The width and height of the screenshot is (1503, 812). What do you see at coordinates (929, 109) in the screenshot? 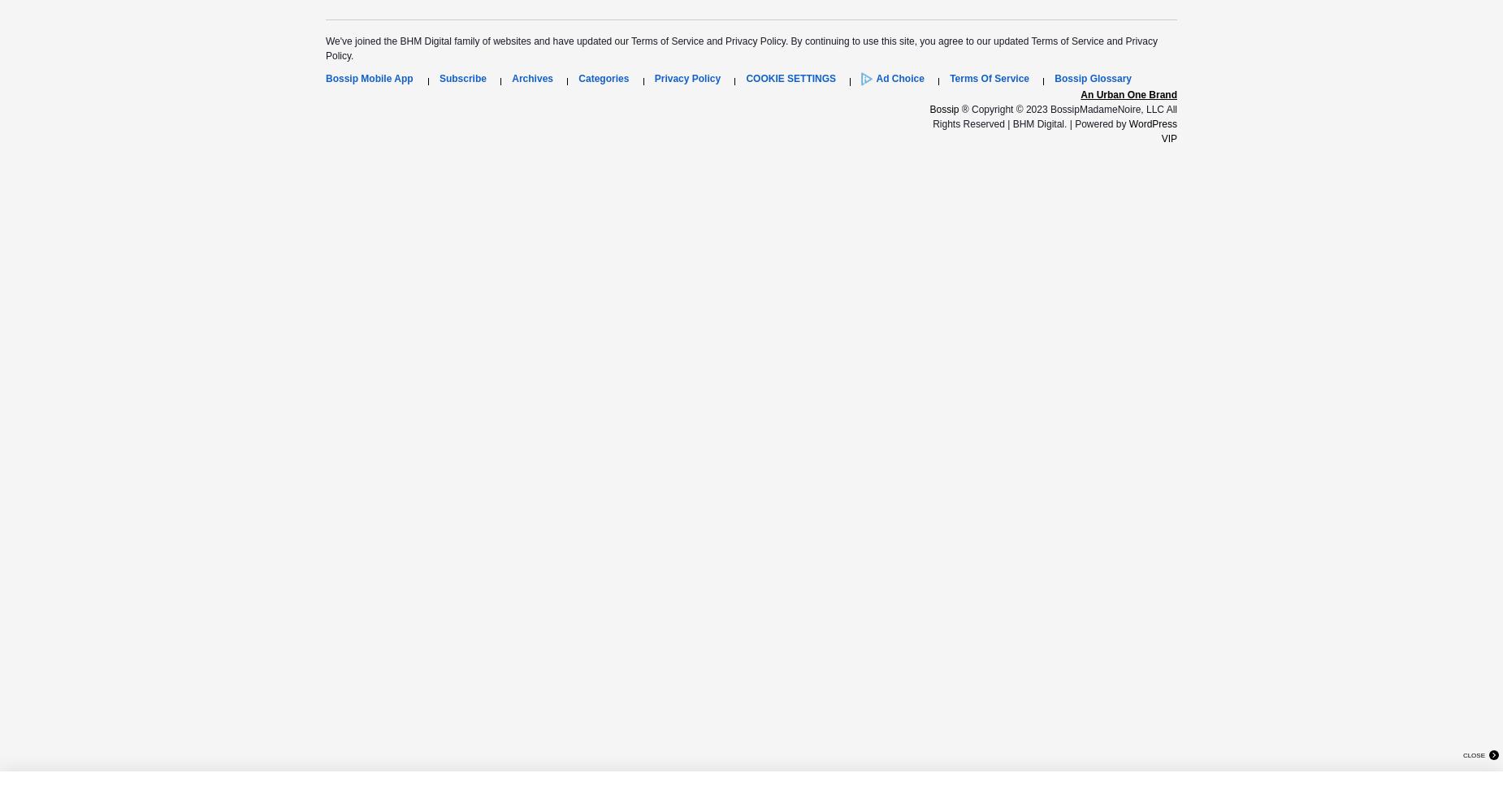
I see `'Bossip'` at bounding box center [929, 109].